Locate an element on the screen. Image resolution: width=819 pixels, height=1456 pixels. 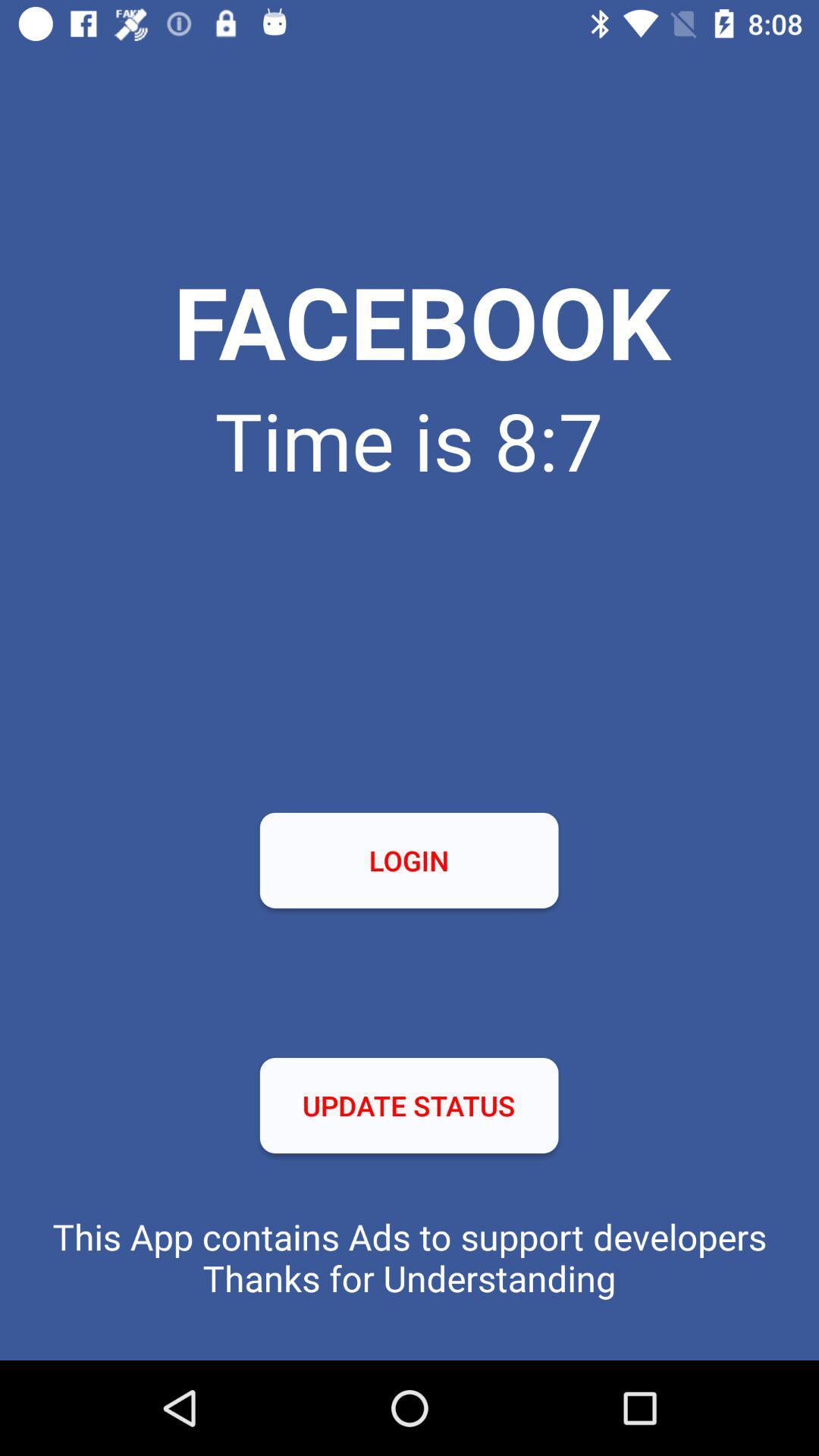
the app above this app contains item is located at coordinates (408, 1106).